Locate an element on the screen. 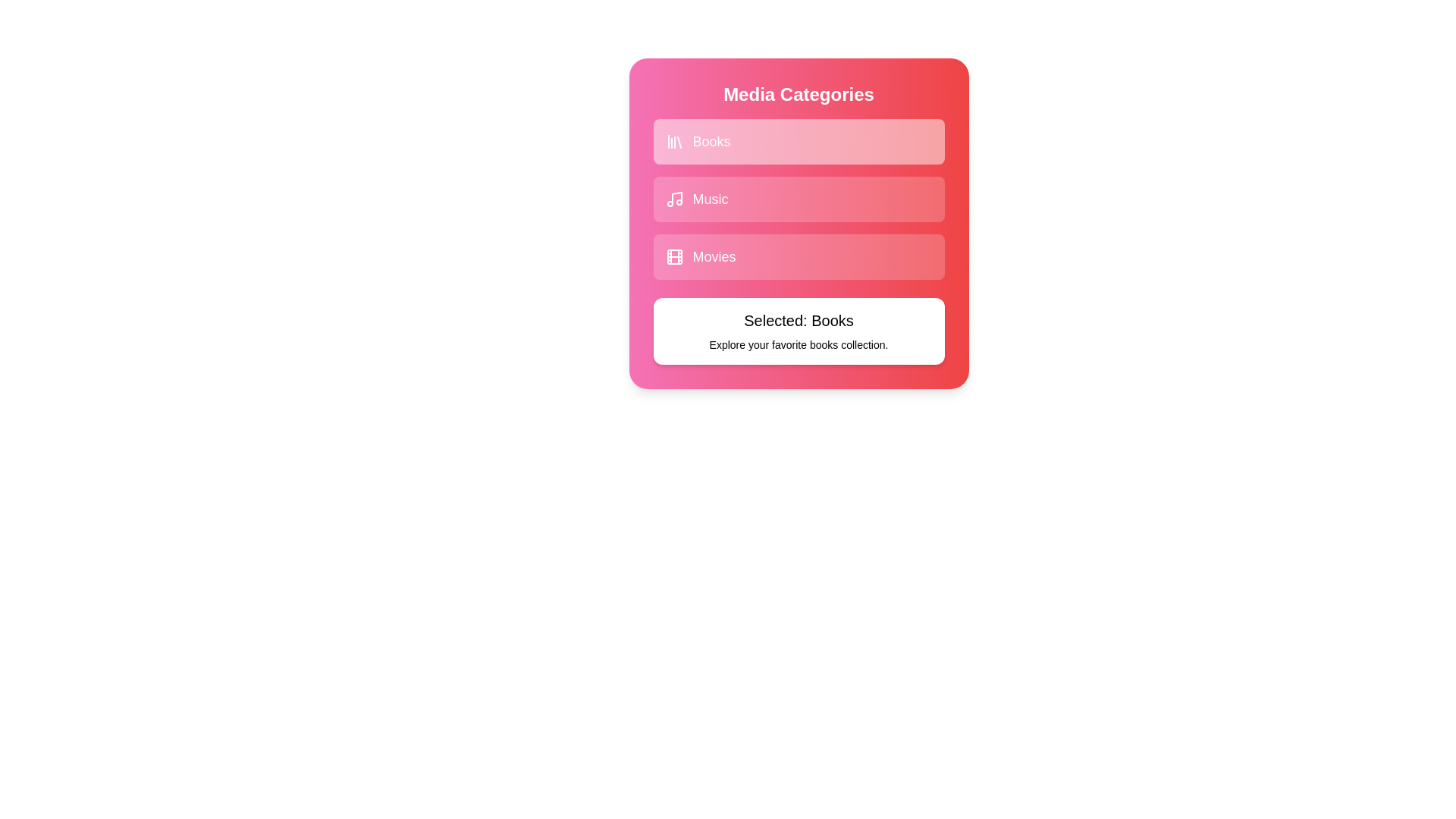 This screenshot has height=819, width=1456. the category Movies to observe the hover effect is located at coordinates (798, 256).